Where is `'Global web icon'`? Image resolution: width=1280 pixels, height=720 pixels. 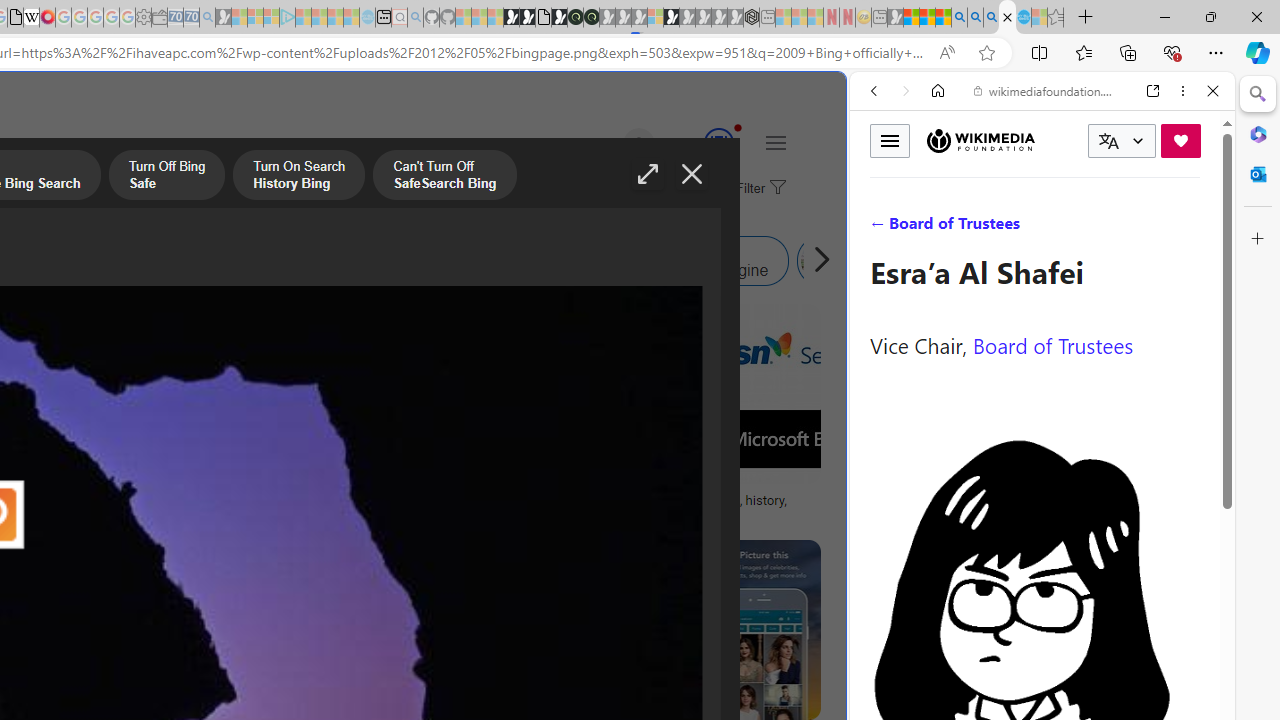
'Global web icon' is located at coordinates (887, 669).